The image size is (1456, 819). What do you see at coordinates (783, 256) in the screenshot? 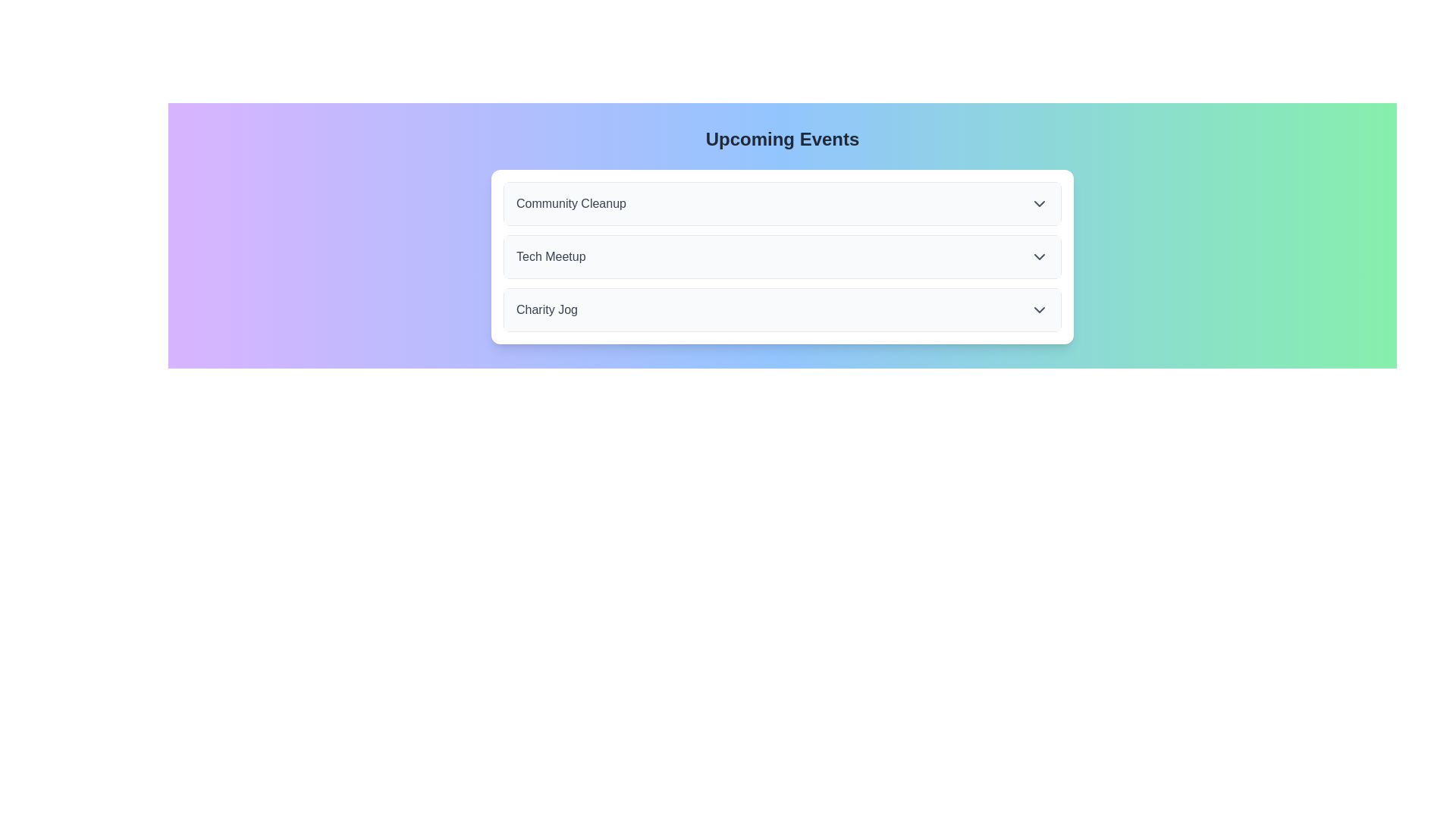
I see `the 'Tech Meetup' button, which is the second item in the 'Upcoming Events' list` at bounding box center [783, 256].